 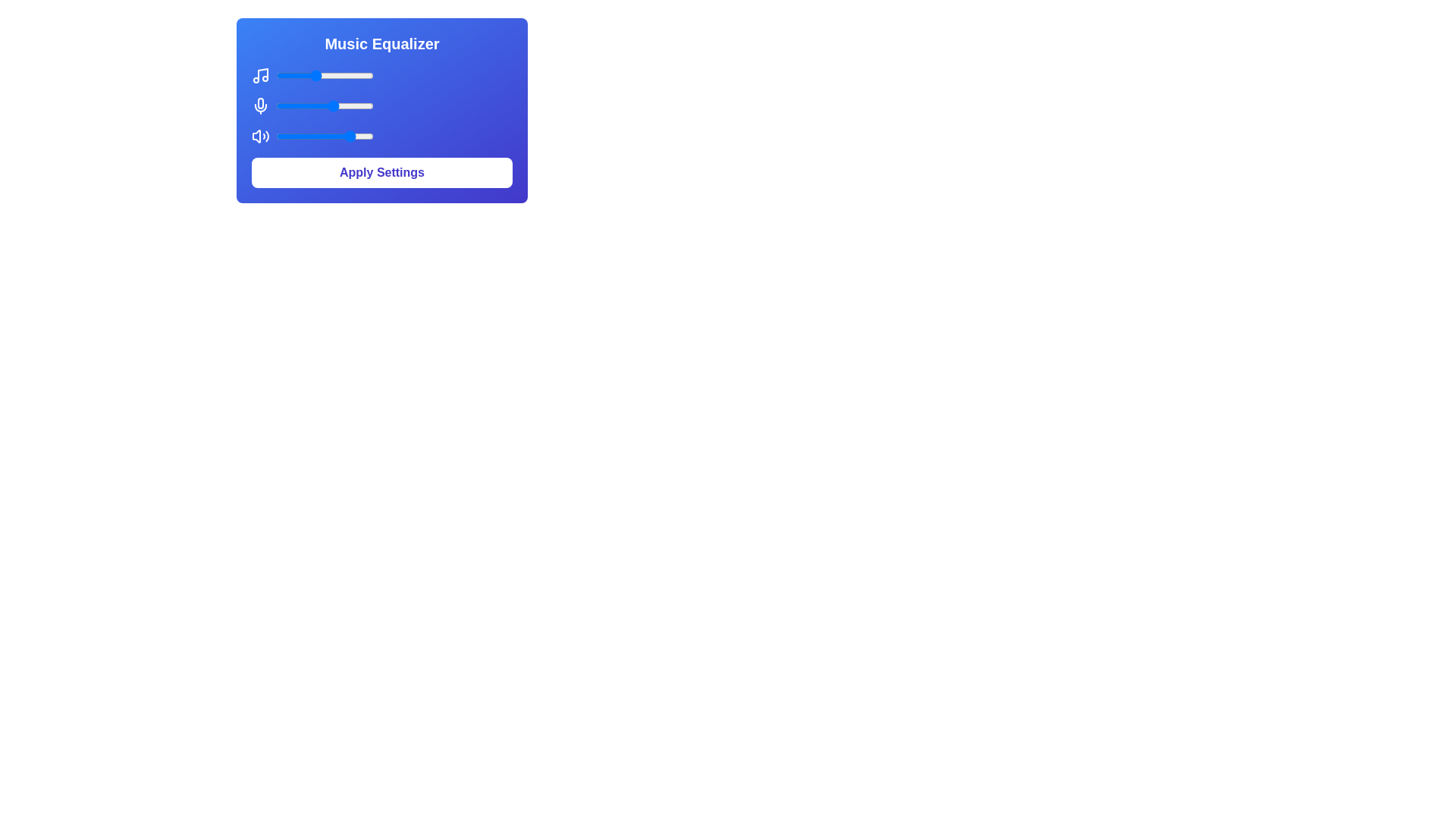 What do you see at coordinates (303, 76) in the screenshot?
I see `the music level` at bounding box center [303, 76].